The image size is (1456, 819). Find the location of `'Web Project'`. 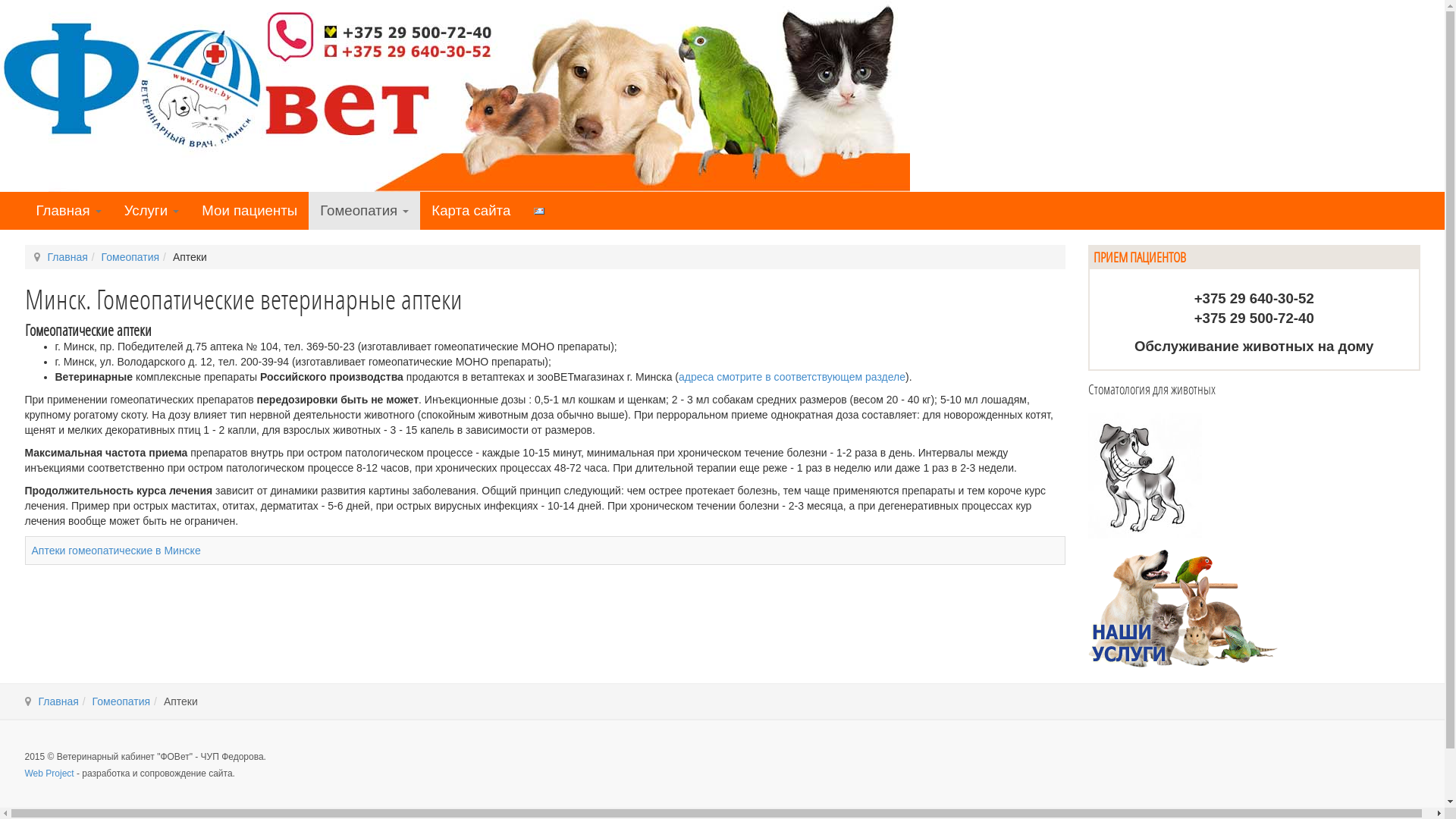

'Web Project' is located at coordinates (49, 773).